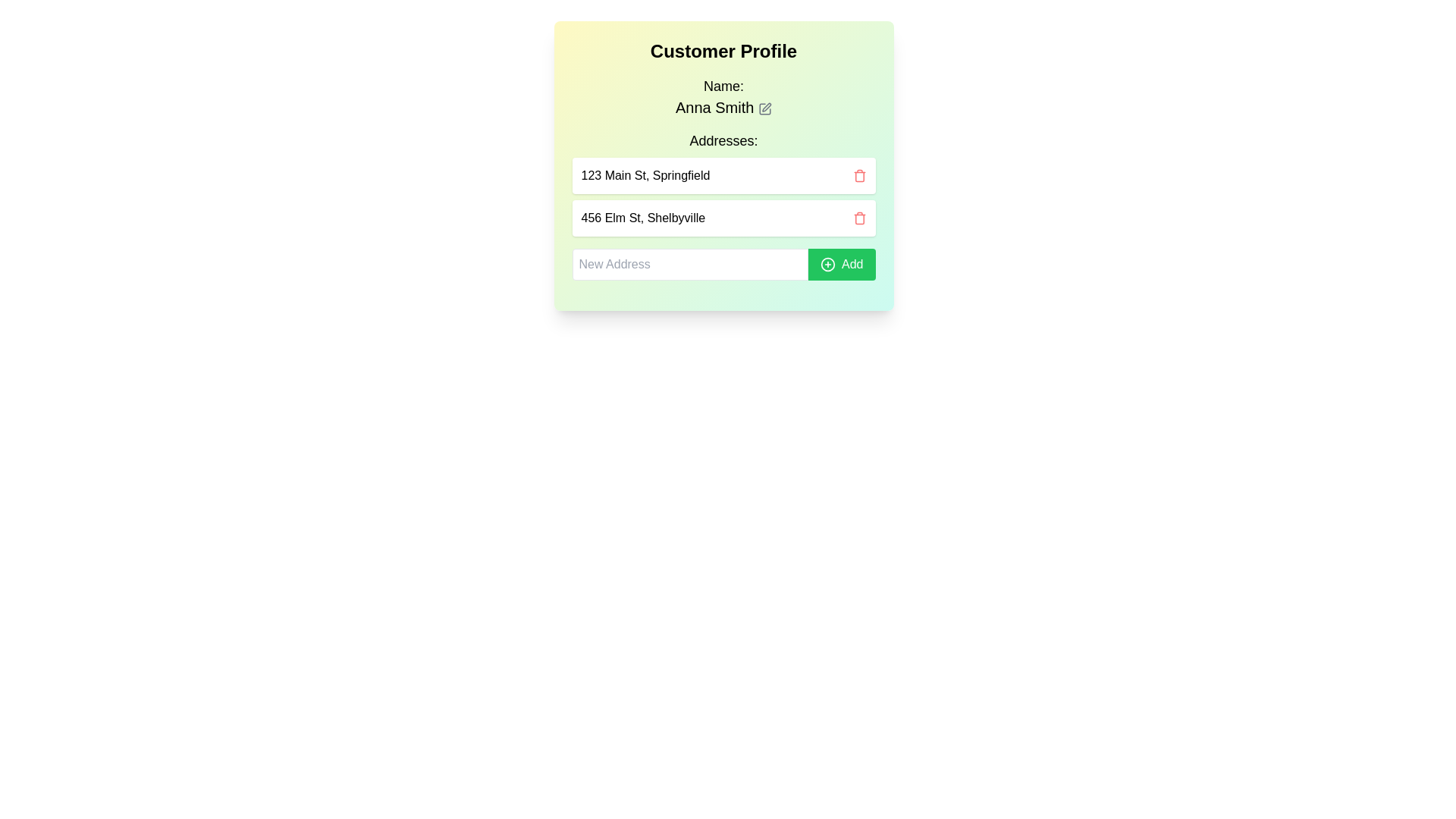 The image size is (1456, 819). Describe the element at coordinates (723, 96) in the screenshot. I see `the text display element containing the label 'Name:' and the user name 'Anna Smith' for information retrieval` at that location.